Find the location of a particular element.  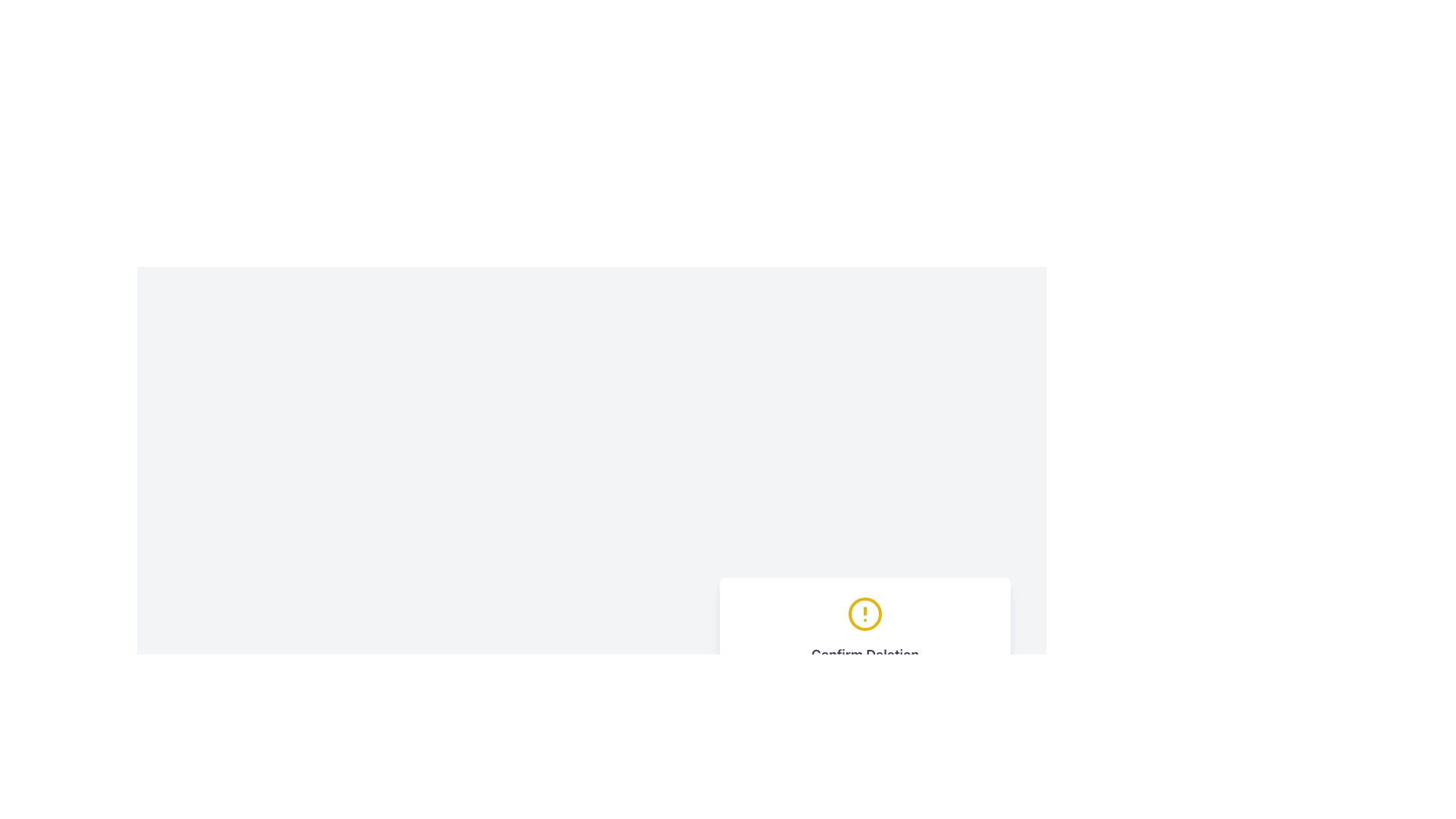

the Text Display element that serves as the header in the deletion confirmation dialog, positioned below the yellow warning icon is located at coordinates (865, 654).